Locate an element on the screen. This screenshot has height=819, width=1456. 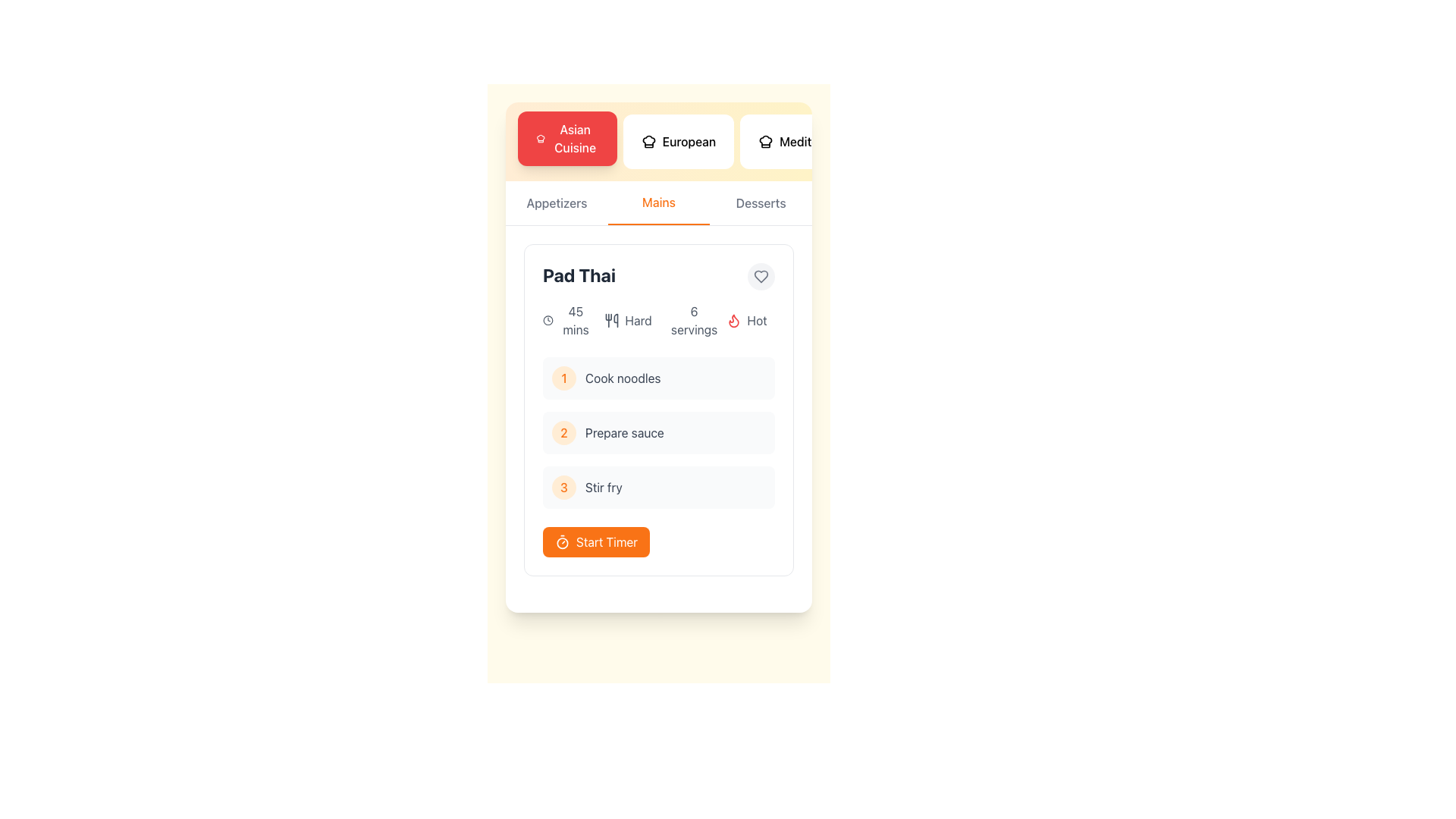
the Task item labeled 'Cook noodles' in the sequential task list is located at coordinates (658, 377).